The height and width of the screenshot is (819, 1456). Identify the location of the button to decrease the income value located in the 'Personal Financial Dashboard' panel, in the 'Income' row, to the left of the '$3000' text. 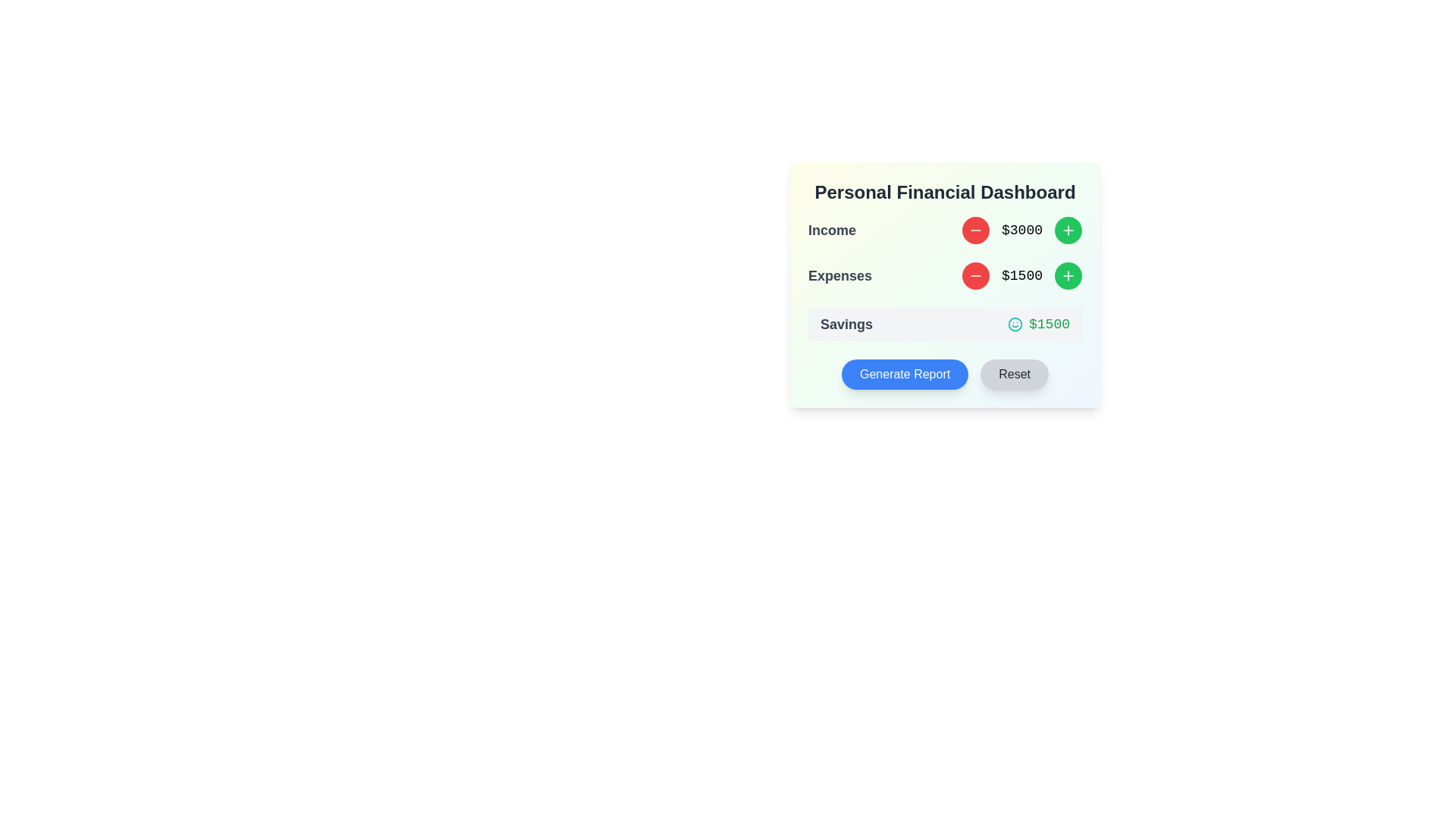
(975, 231).